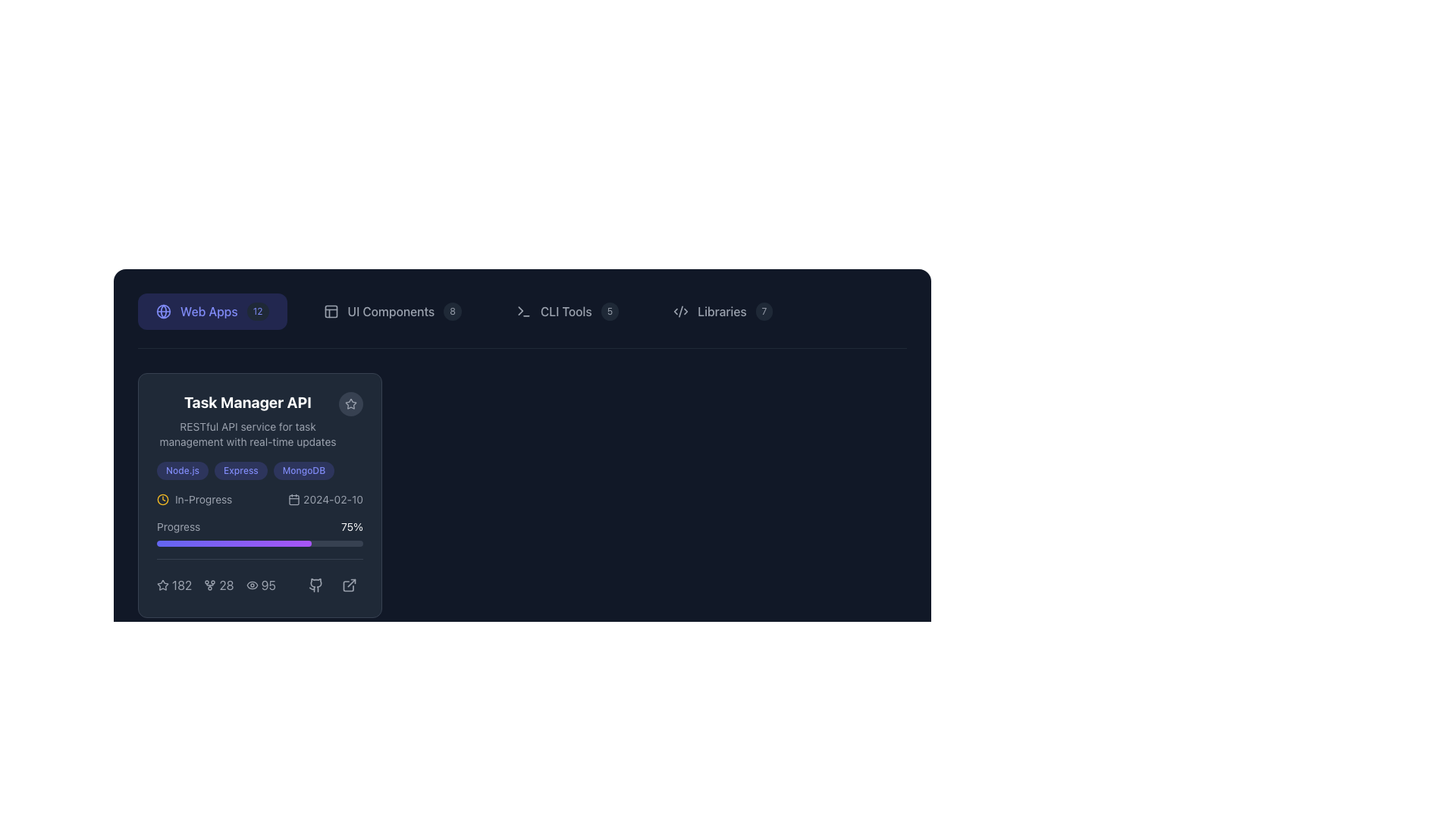 This screenshot has width=1456, height=819. Describe the element at coordinates (208, 311) in the screenshot. I see `the 'Web Apps' text label within the button located in the top navigation bar` at that location.